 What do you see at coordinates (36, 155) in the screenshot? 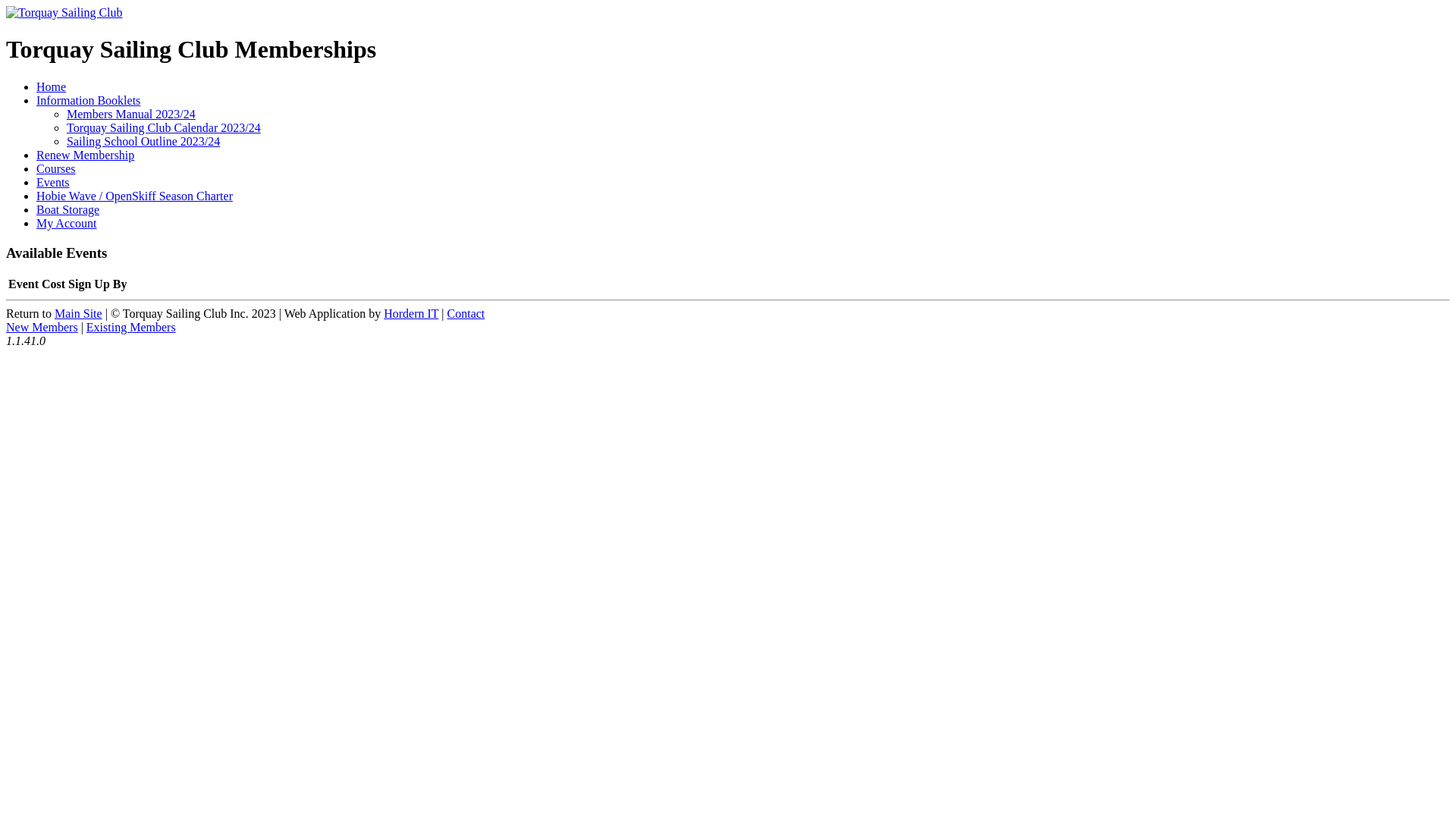
I see `'Renew Membership'` at bounding box center [36, 155].